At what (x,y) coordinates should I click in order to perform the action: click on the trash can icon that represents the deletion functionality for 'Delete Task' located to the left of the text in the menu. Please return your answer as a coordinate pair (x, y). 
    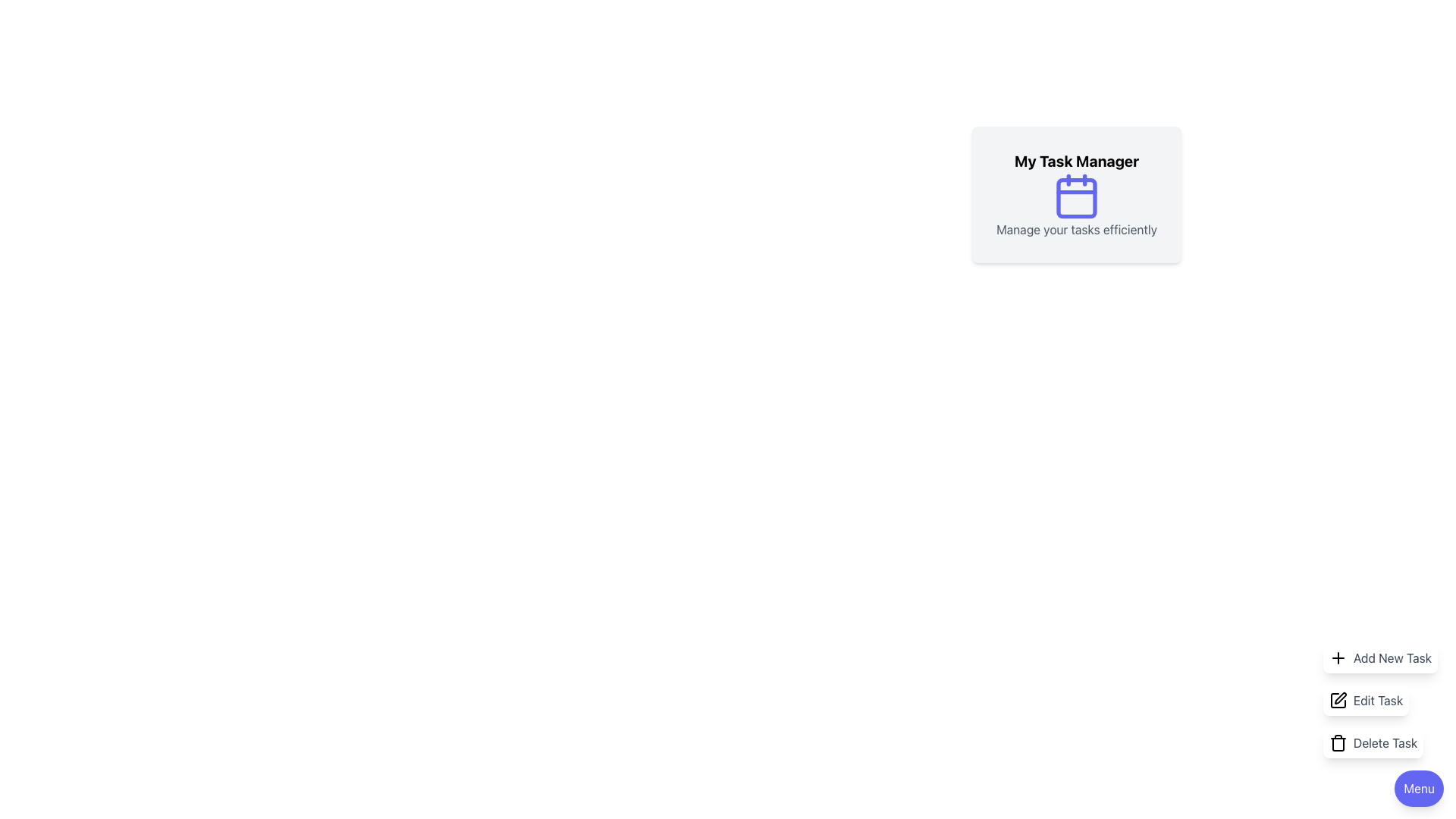
    Looking at the image, I should click on (1338, 744).